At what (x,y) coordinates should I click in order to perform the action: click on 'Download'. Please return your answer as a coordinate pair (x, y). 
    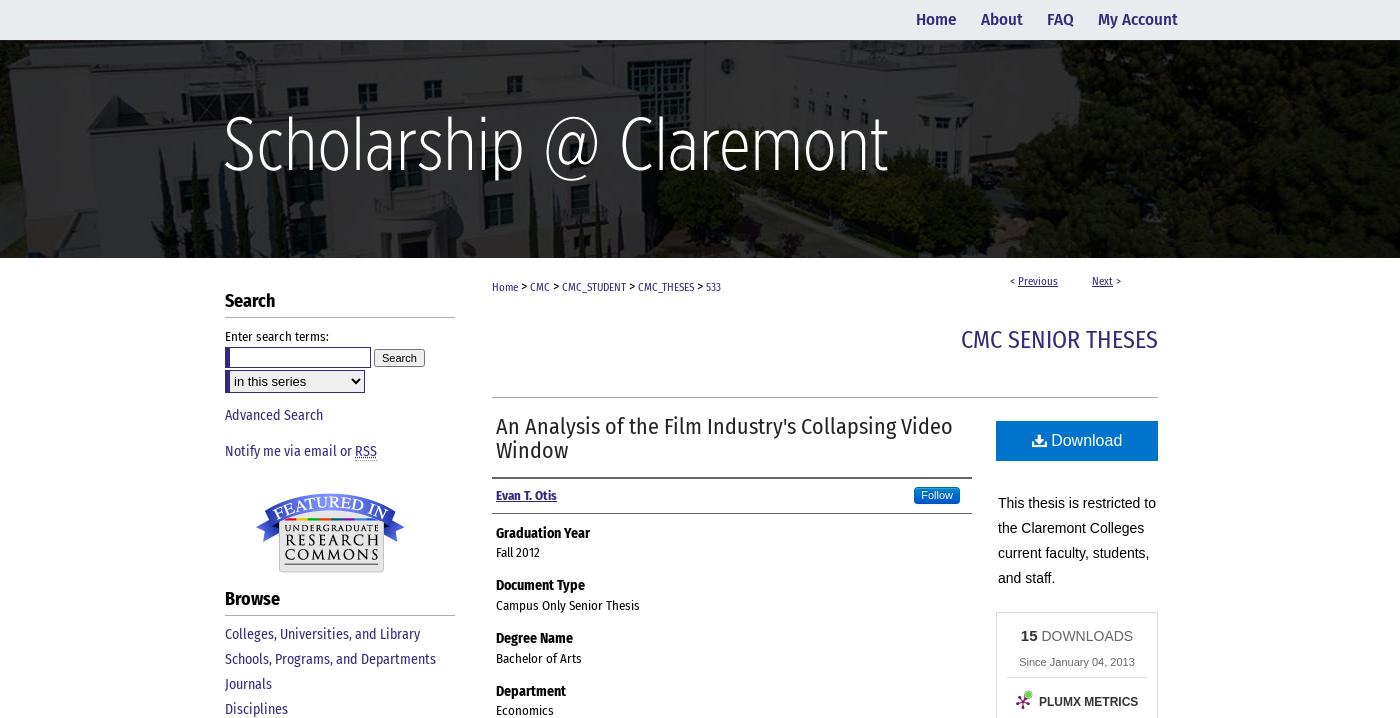
    Looking at the image, I should click on (1084, 439).